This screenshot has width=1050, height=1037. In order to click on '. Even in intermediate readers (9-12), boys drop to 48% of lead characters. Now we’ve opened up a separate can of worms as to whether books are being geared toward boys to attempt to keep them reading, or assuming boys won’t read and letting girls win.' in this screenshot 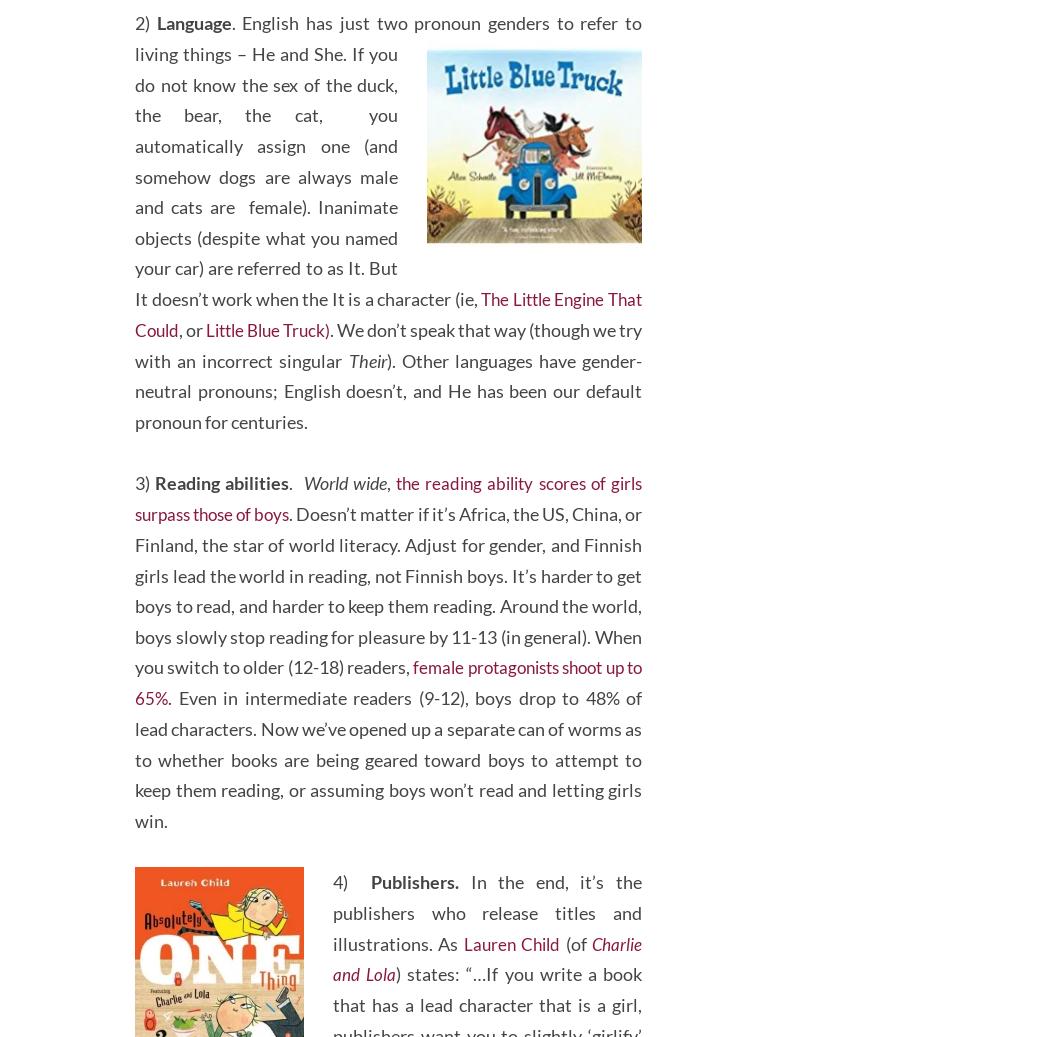, I will do `click(134, 814)`.